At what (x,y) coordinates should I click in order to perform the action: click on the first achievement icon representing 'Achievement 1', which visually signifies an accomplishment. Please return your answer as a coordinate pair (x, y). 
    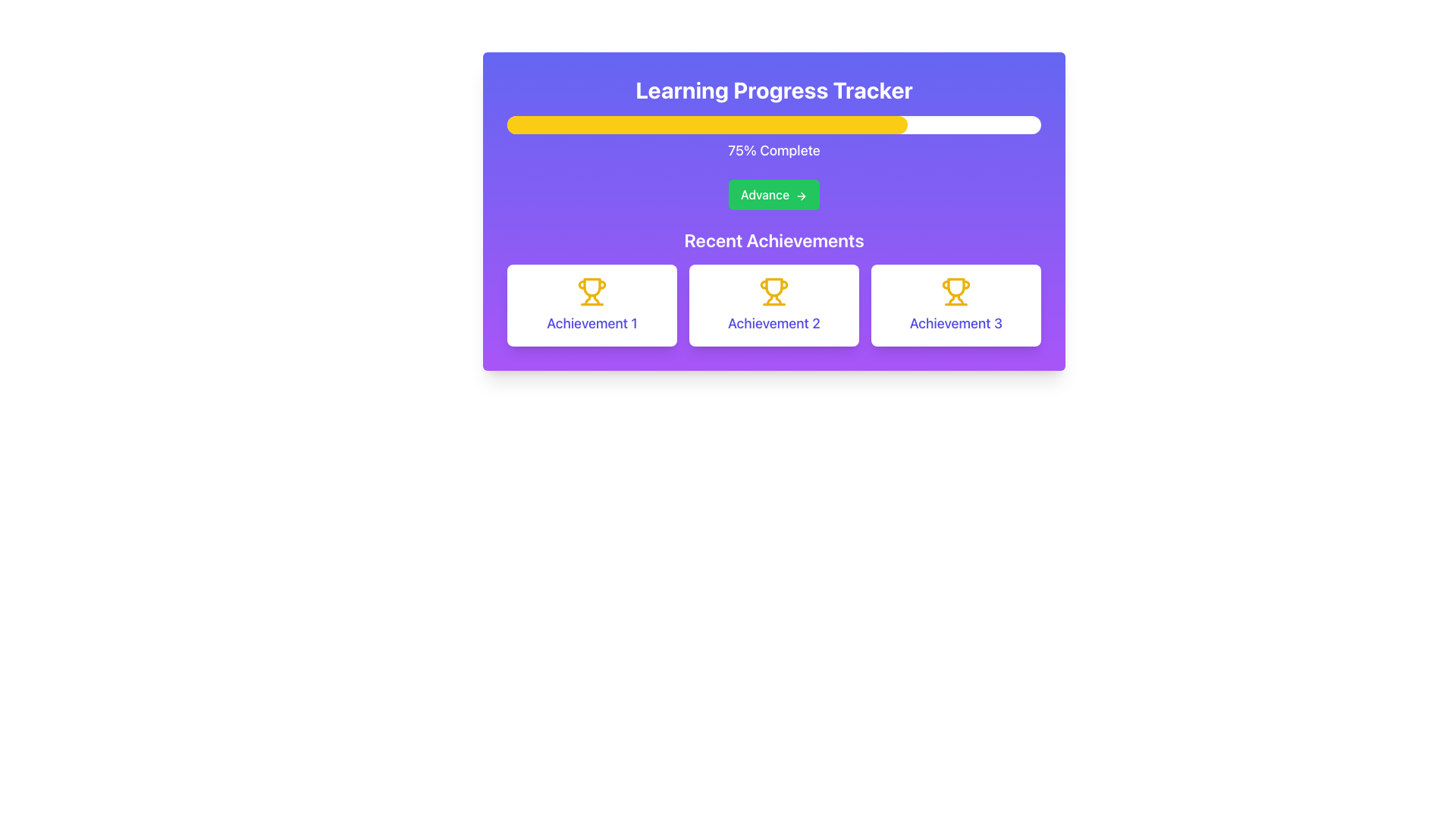
    Looking at the image, I should click on (591, 292).